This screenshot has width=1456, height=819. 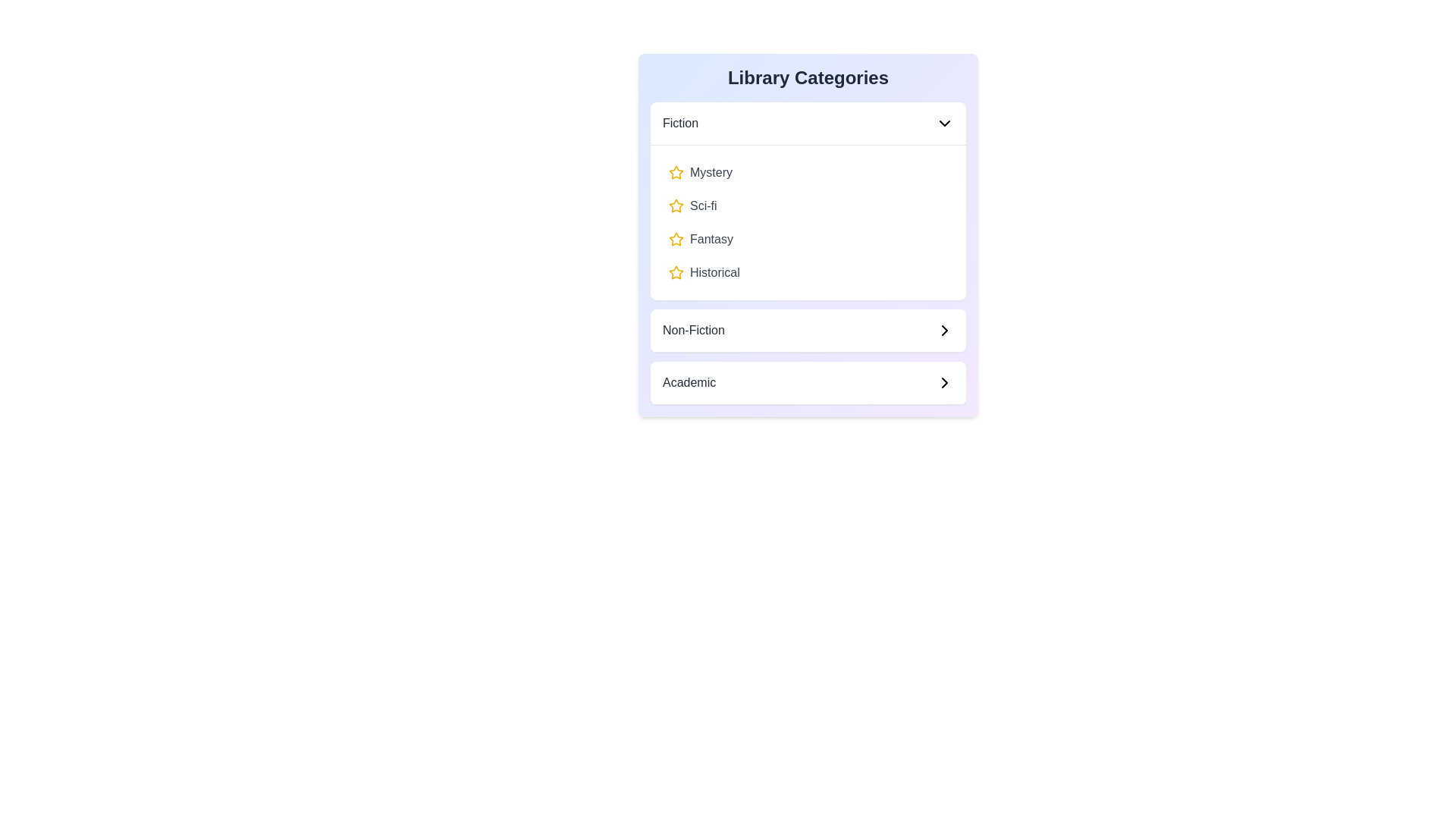 What do you see at coordinates (807, 382) in the screenshot?
I see `the header of the category Academic to expand or collapse it` at bounding box center [807, 382].